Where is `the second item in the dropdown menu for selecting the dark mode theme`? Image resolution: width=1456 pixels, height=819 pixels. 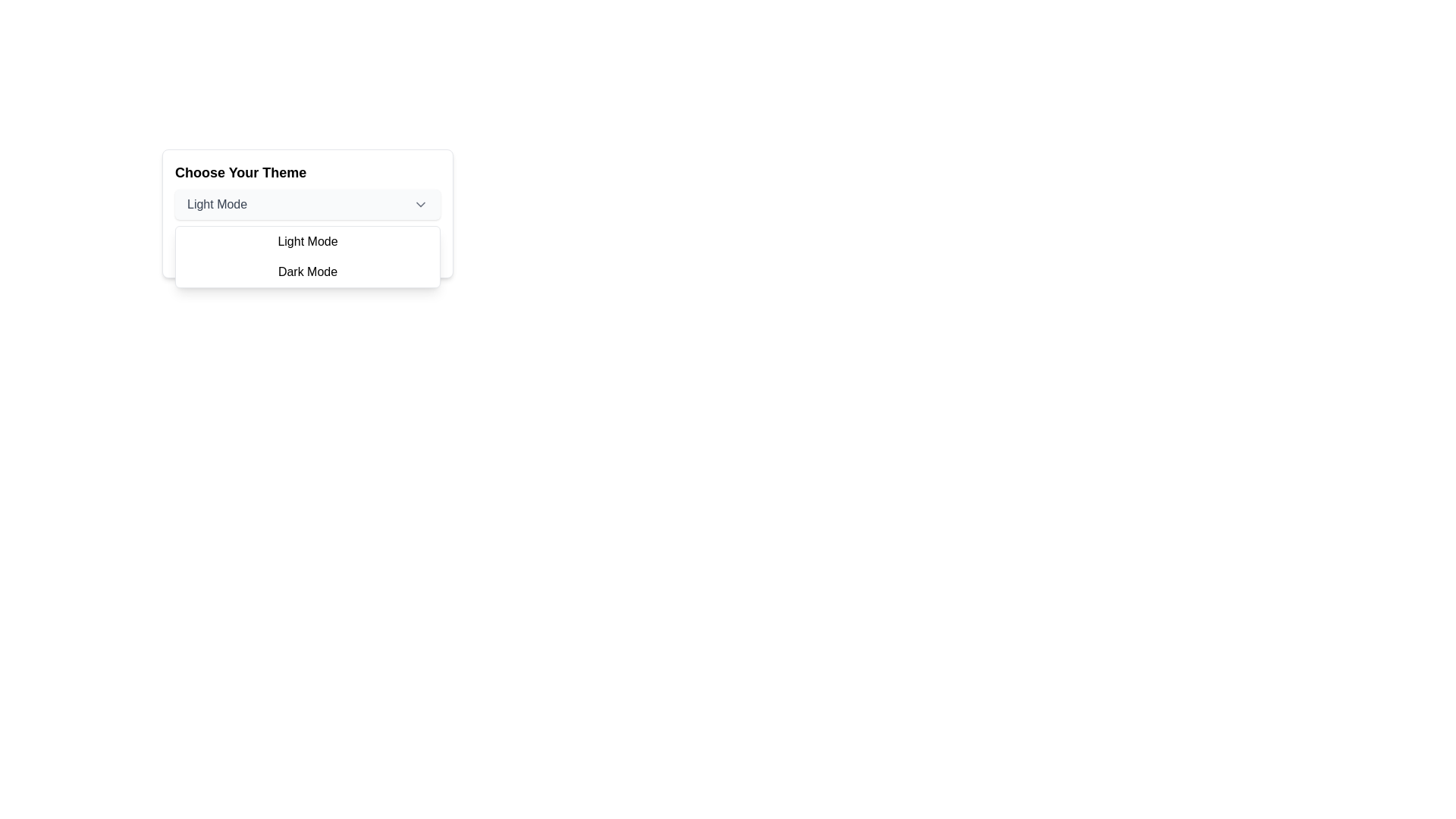
the second item in the dropdown menu for selecting the dark mode theme is located at coordinates (307, 271).